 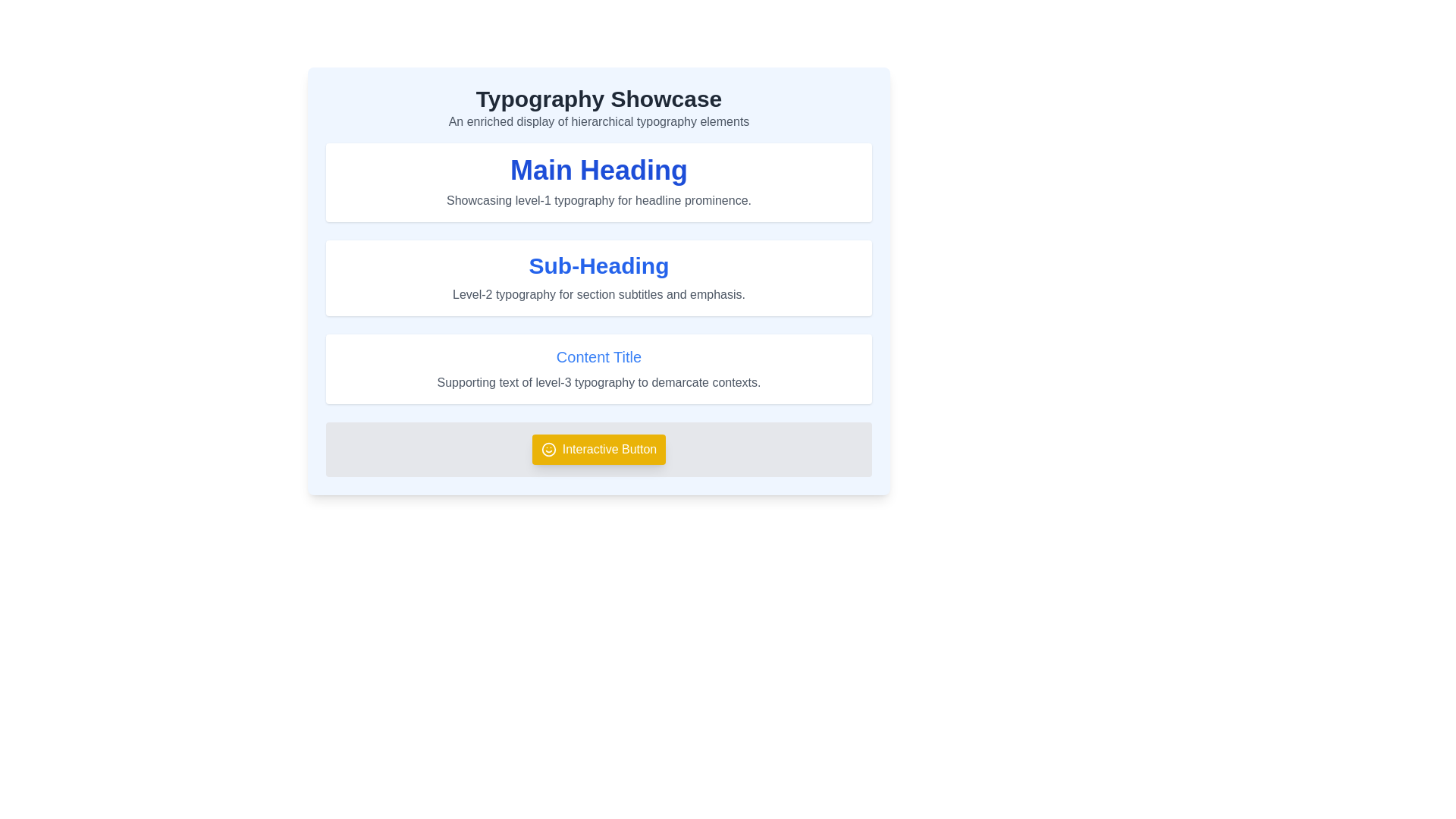 What do you see at coordinates (548, 449) in the screenshot?
I see `the visual feedback of the decorative icon located on the left side of the text label within the Interactive Button` at bounding box center [548, 449].